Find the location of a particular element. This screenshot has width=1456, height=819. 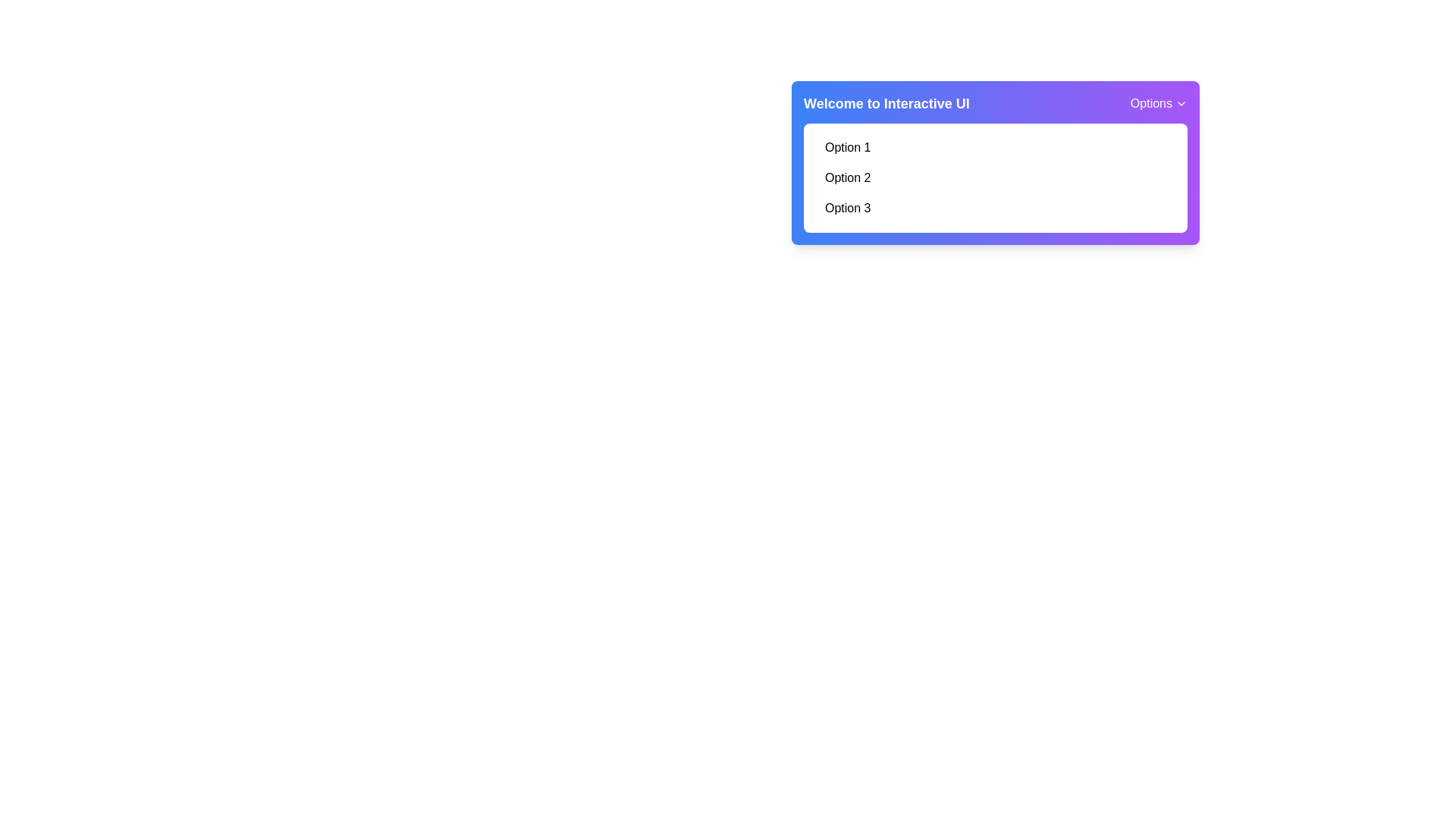

the first selectable option in the dropdown menu located below the title 'Welcome to Interactive UI' is located at coordinates (996, 148).